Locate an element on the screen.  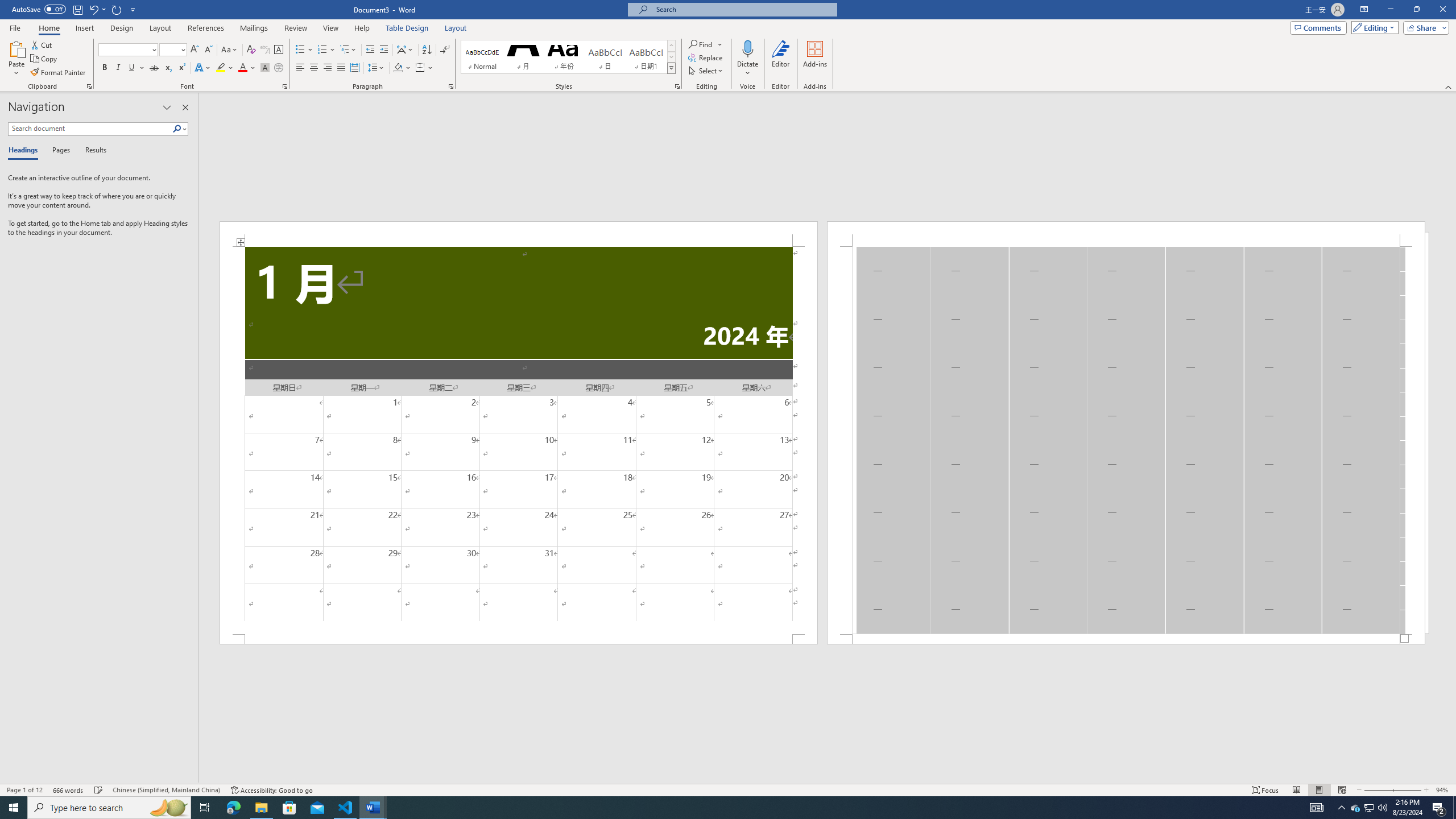
'Text Effects and Typography' is located at coordinates (201, 67).